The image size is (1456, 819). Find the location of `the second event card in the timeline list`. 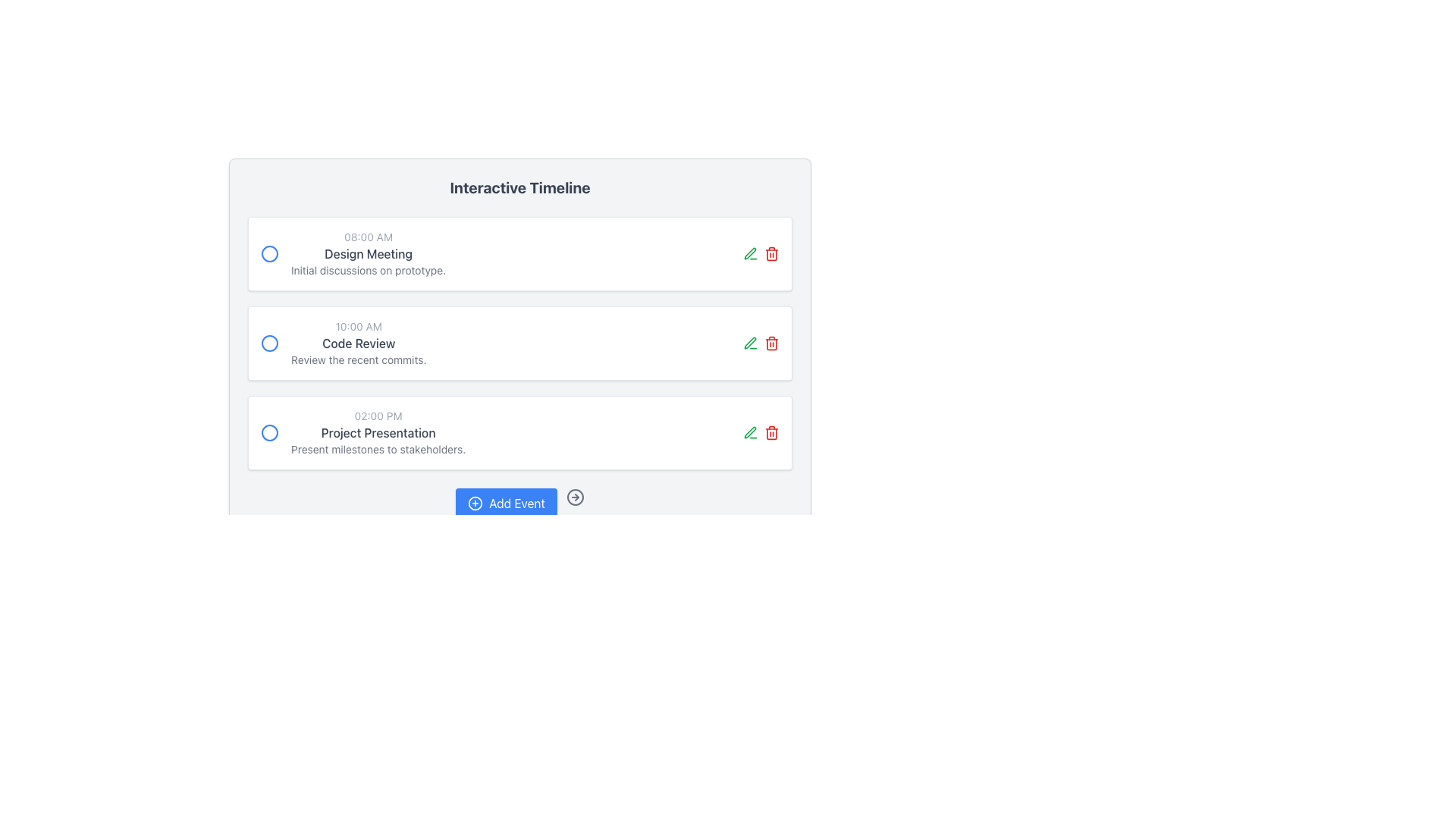

the second event card in the timeline list is located at coordinates (520, 343).